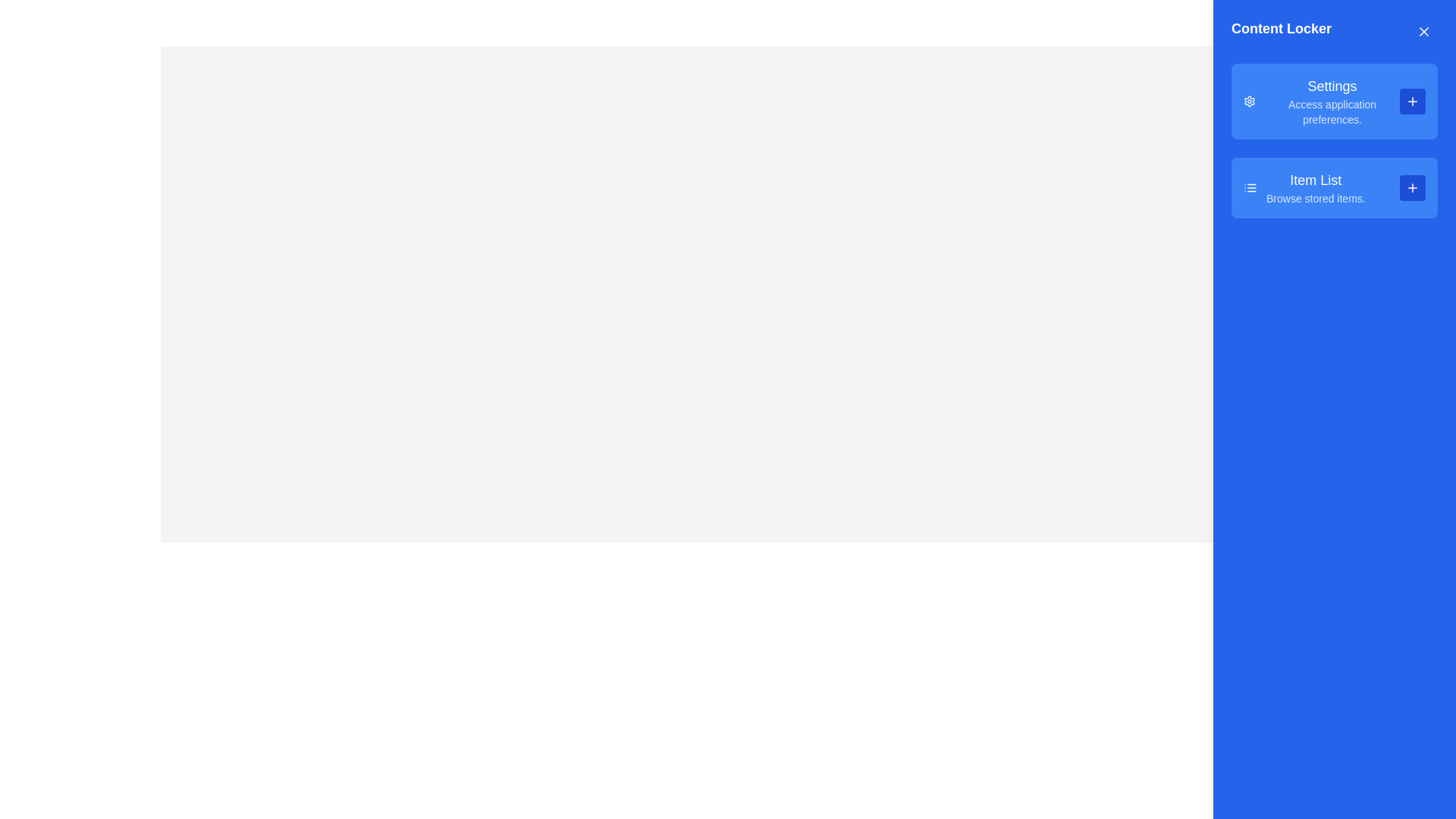 The width and height of the screenshot is (1456, 819). Describe the element at coordinates (1332, 102) in the screenshot. I see `the settings button located in the upper section of the right-side navigation panel, which is the first item in the list and contains a cogwheel icon` at that location.